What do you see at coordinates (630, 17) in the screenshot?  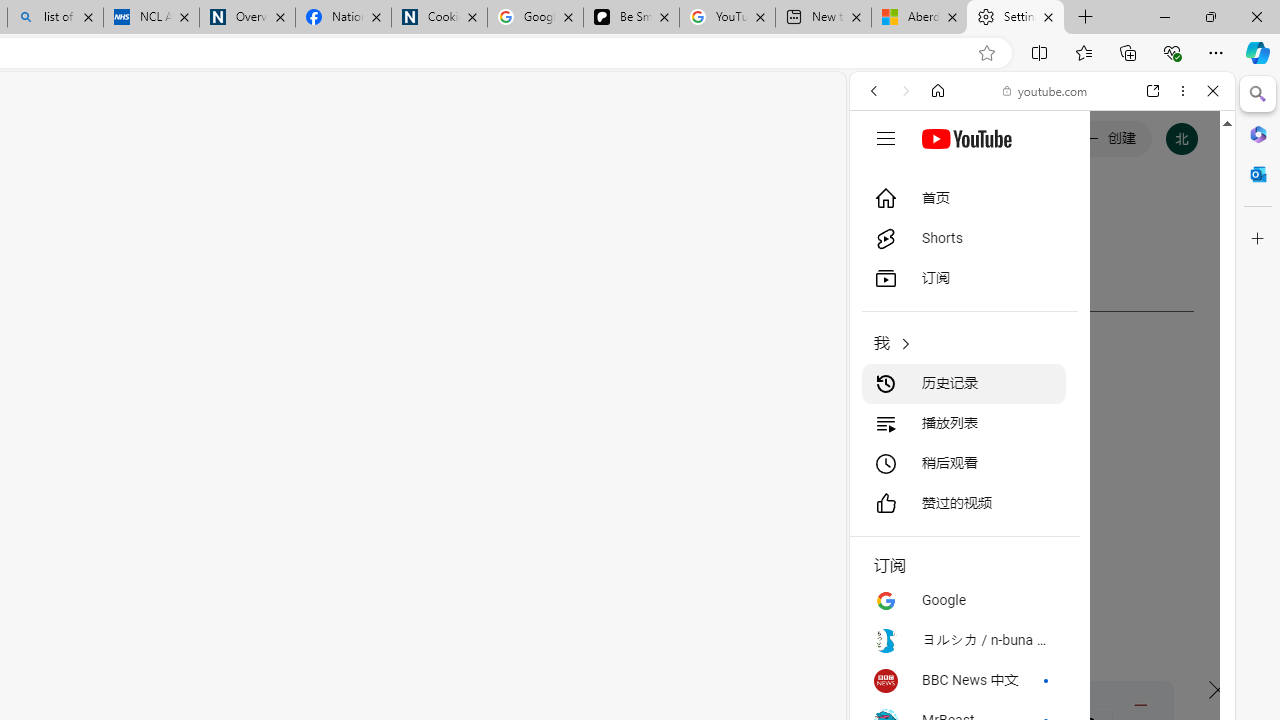 I see `'Be Smart | creating Science videos | Patreon'` at bounding box center [630, 17].